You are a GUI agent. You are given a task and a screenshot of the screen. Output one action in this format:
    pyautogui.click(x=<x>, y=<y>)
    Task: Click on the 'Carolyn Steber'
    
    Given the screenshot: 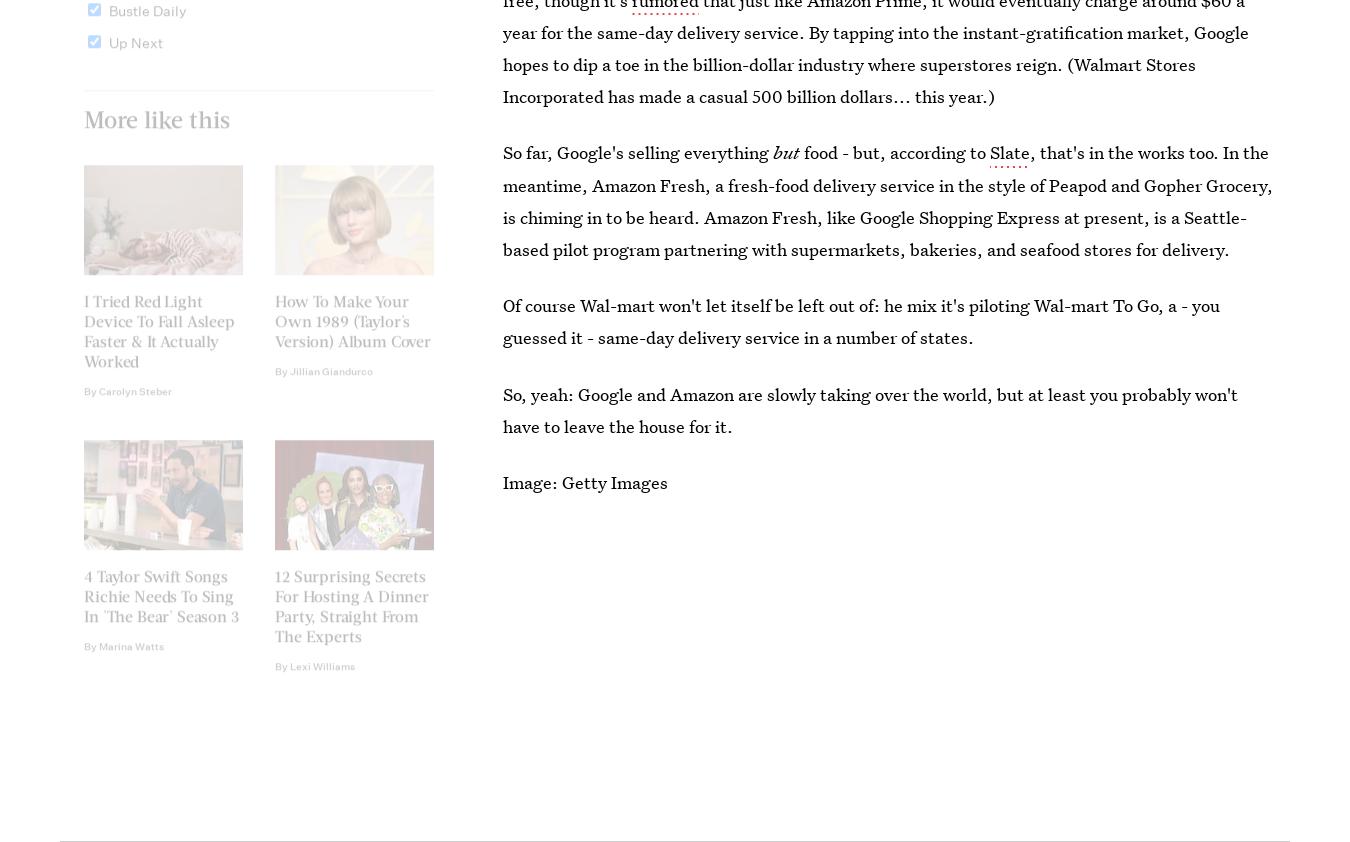 What is the action you would take?
    pyautogui.click(x=135, y=405)
    